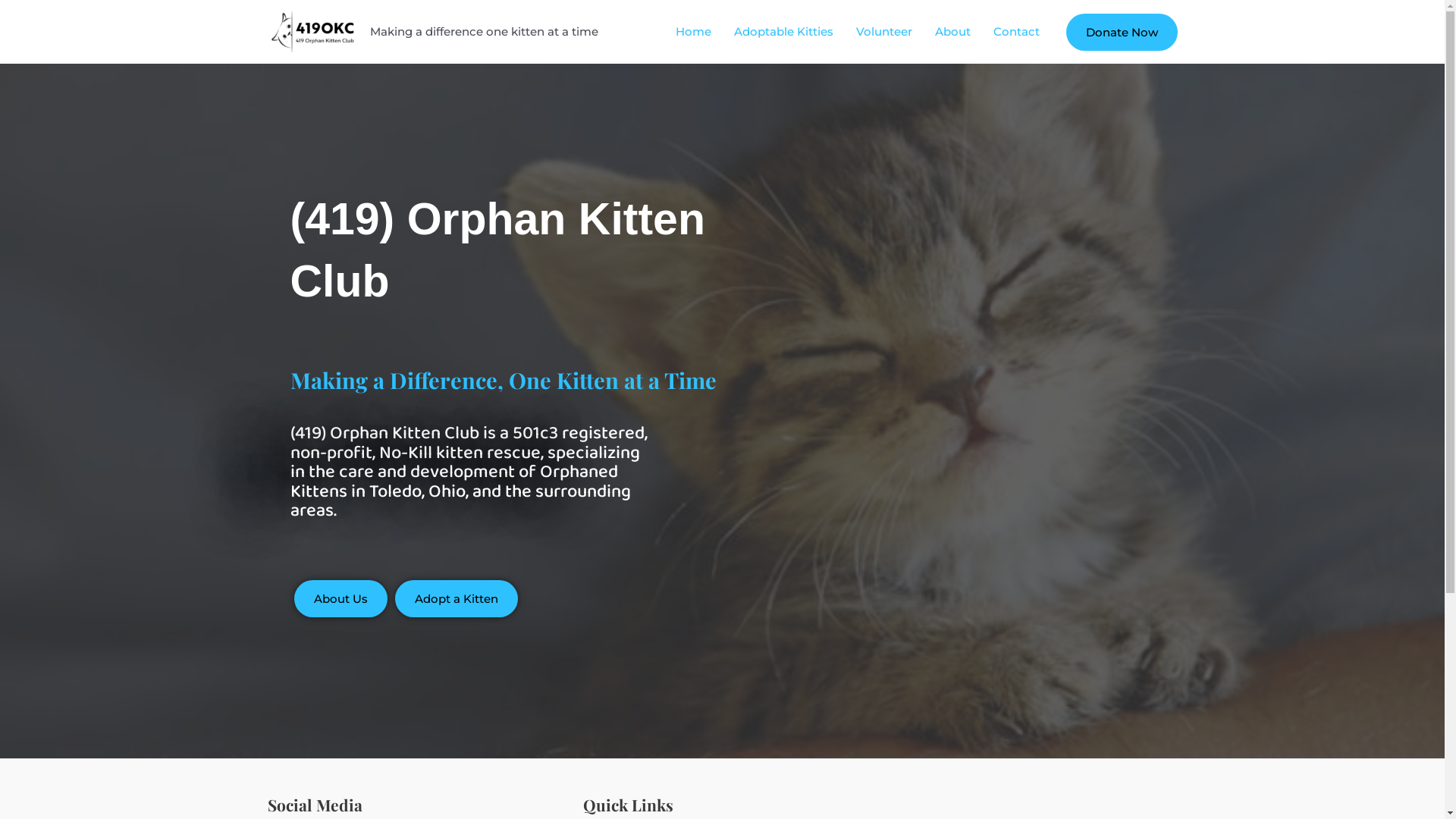  Describe the element at coordinates (340, 598) in the screenshot. I see `'About Us'` at that location.